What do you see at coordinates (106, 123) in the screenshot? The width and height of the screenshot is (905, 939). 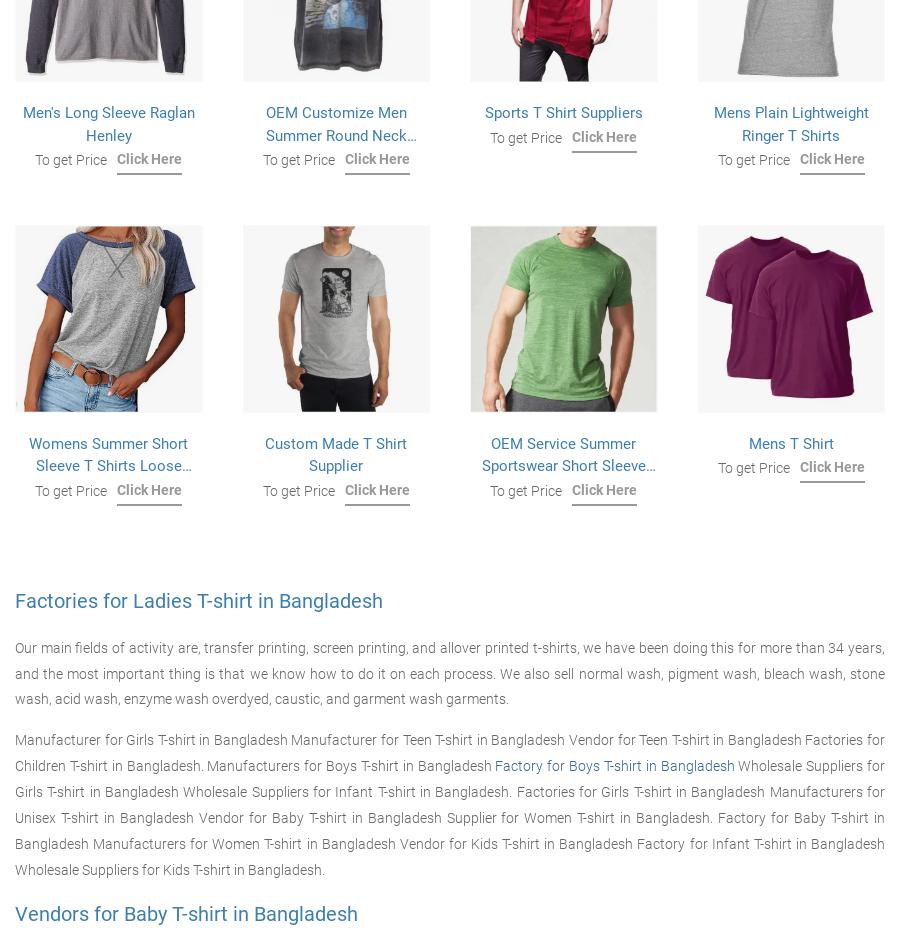 I see `'Men's Long Sleeve Raglan Henley'` at bounding box center [106, 123].